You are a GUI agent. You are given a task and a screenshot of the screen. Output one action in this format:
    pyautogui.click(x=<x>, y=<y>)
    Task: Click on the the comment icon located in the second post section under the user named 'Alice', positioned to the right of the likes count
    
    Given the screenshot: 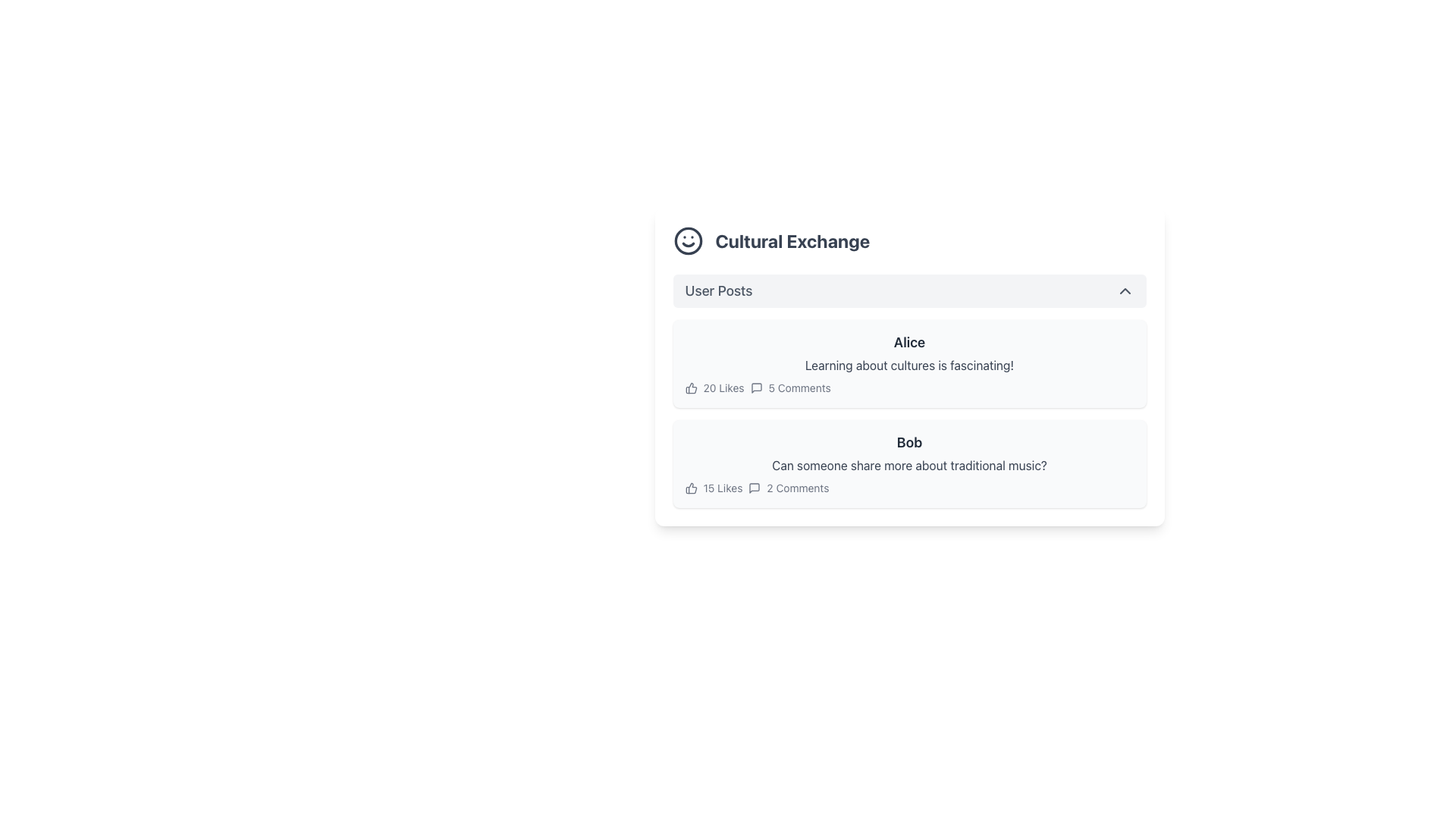 What is the action you would take?
    pyautogui.click(x=756, y=388)
    